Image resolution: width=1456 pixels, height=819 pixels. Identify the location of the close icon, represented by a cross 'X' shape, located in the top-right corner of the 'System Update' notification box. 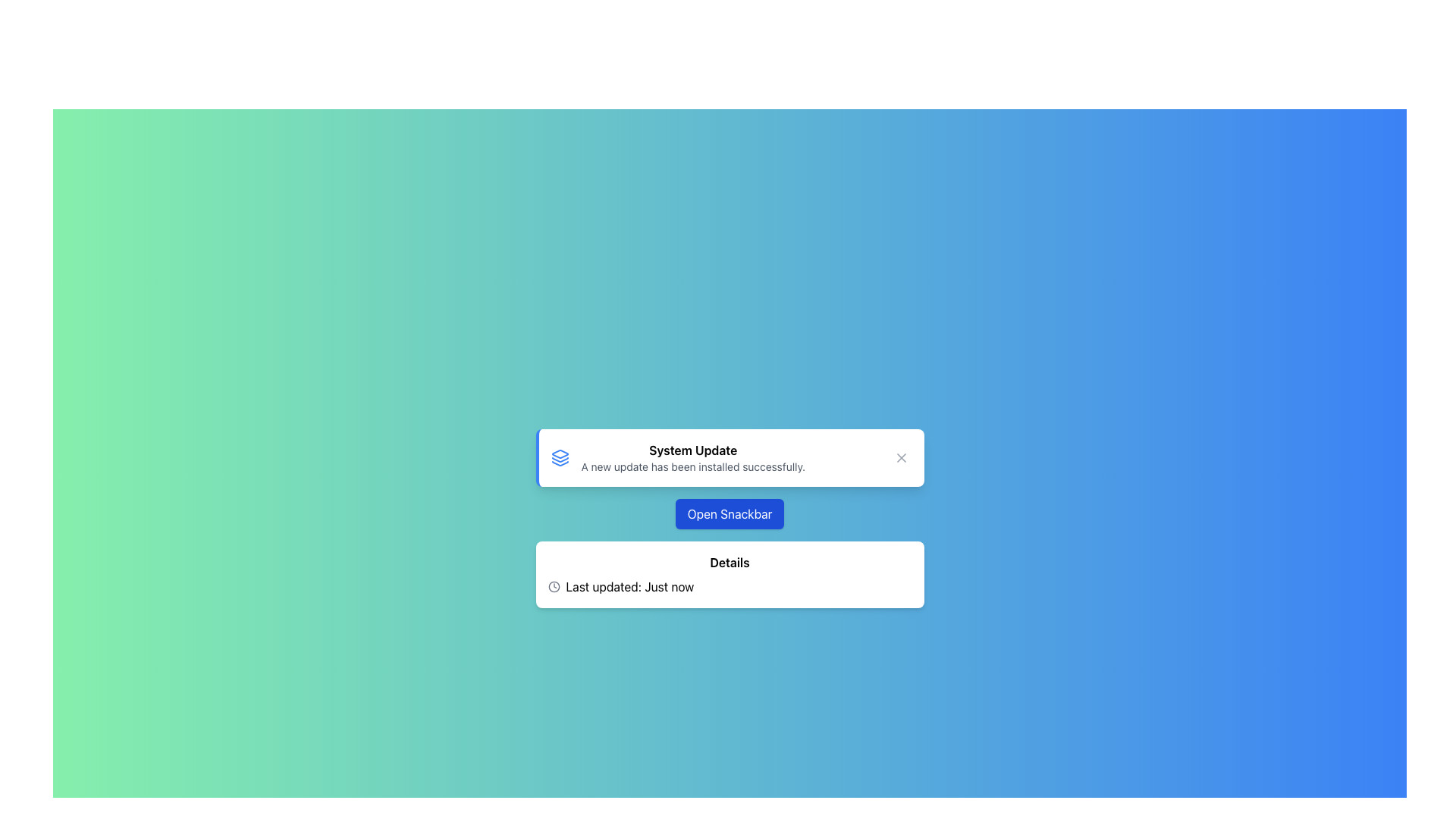
(901, 457).